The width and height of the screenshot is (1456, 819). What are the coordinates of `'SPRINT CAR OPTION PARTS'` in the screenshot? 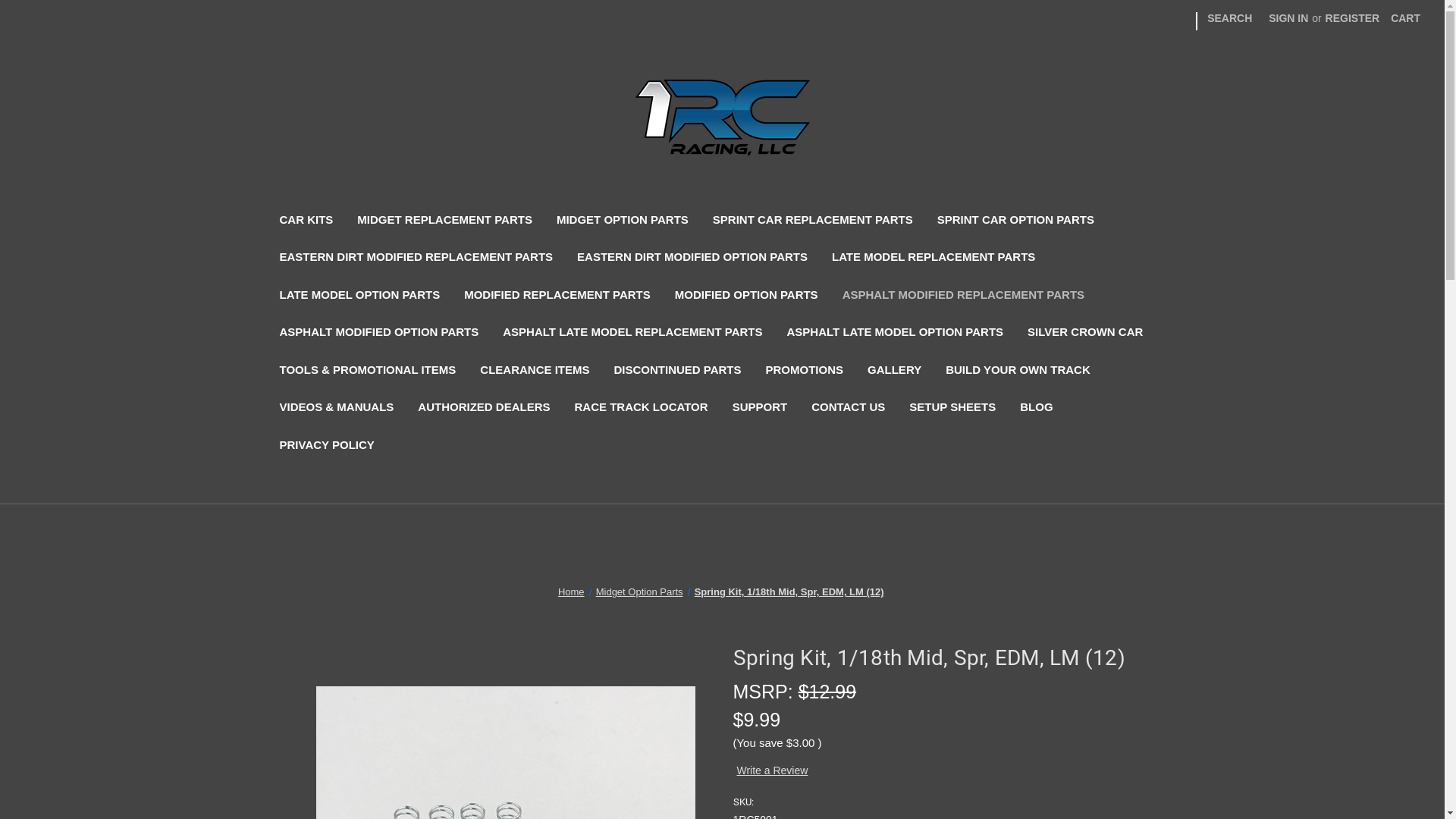 It's located at (1015, 221).